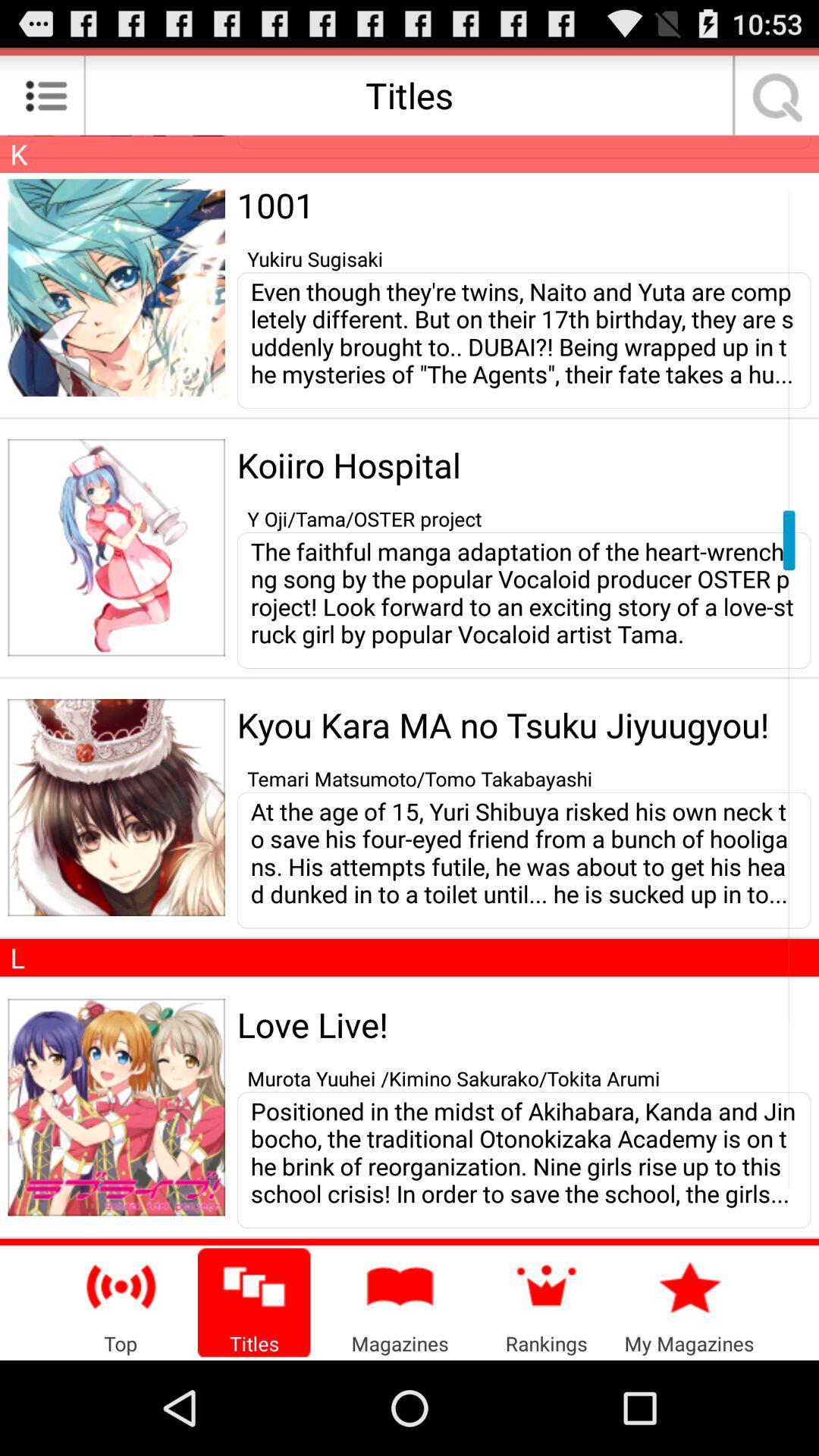 Image resolution: width=819 pixels, height=1456 pixels. Describe the element at coordinates (772, 101) in the screenshot. I see `the search icon` at that location.